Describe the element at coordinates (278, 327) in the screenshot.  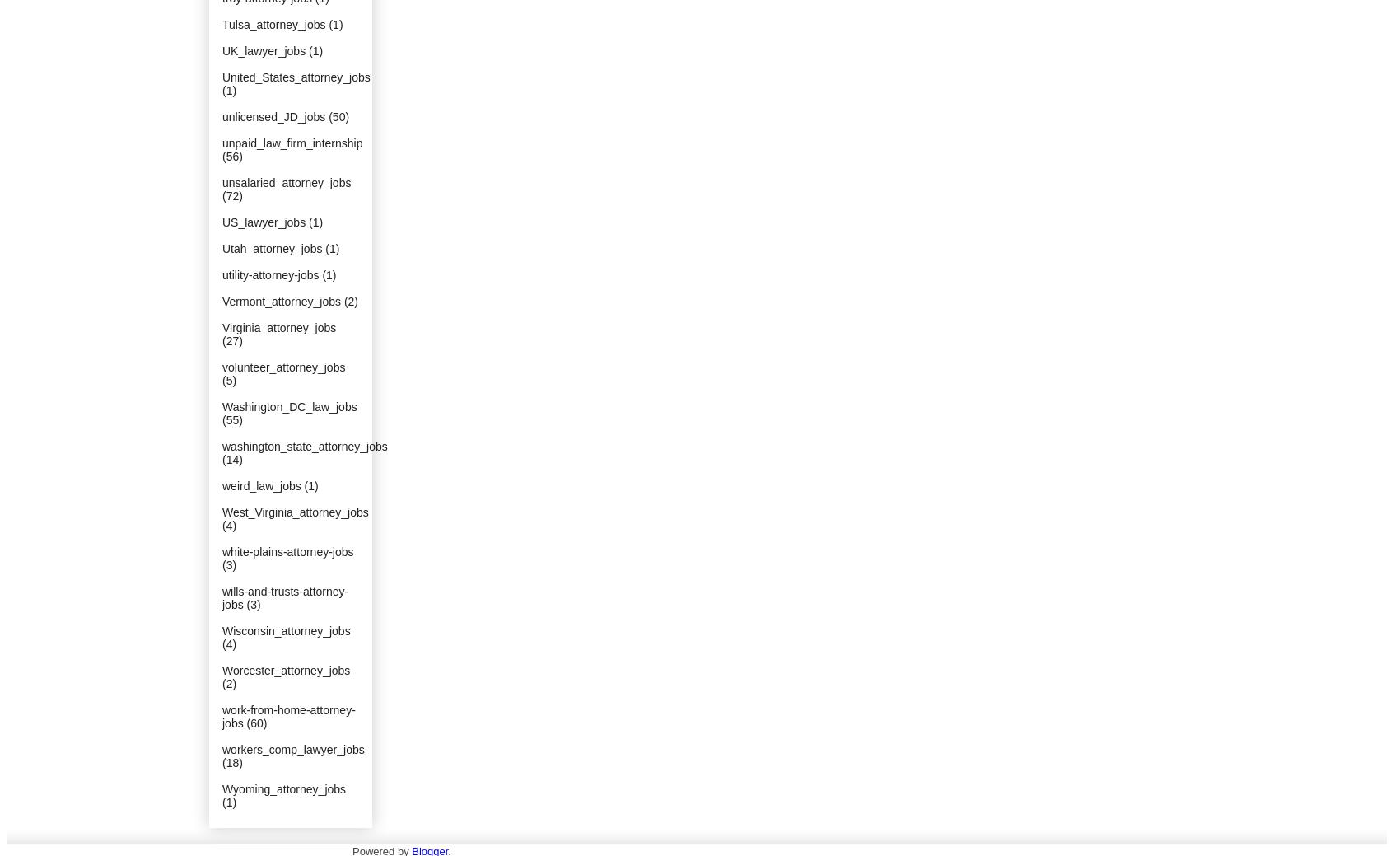
I see `'Virginia_attorney_jobs'` at that location.